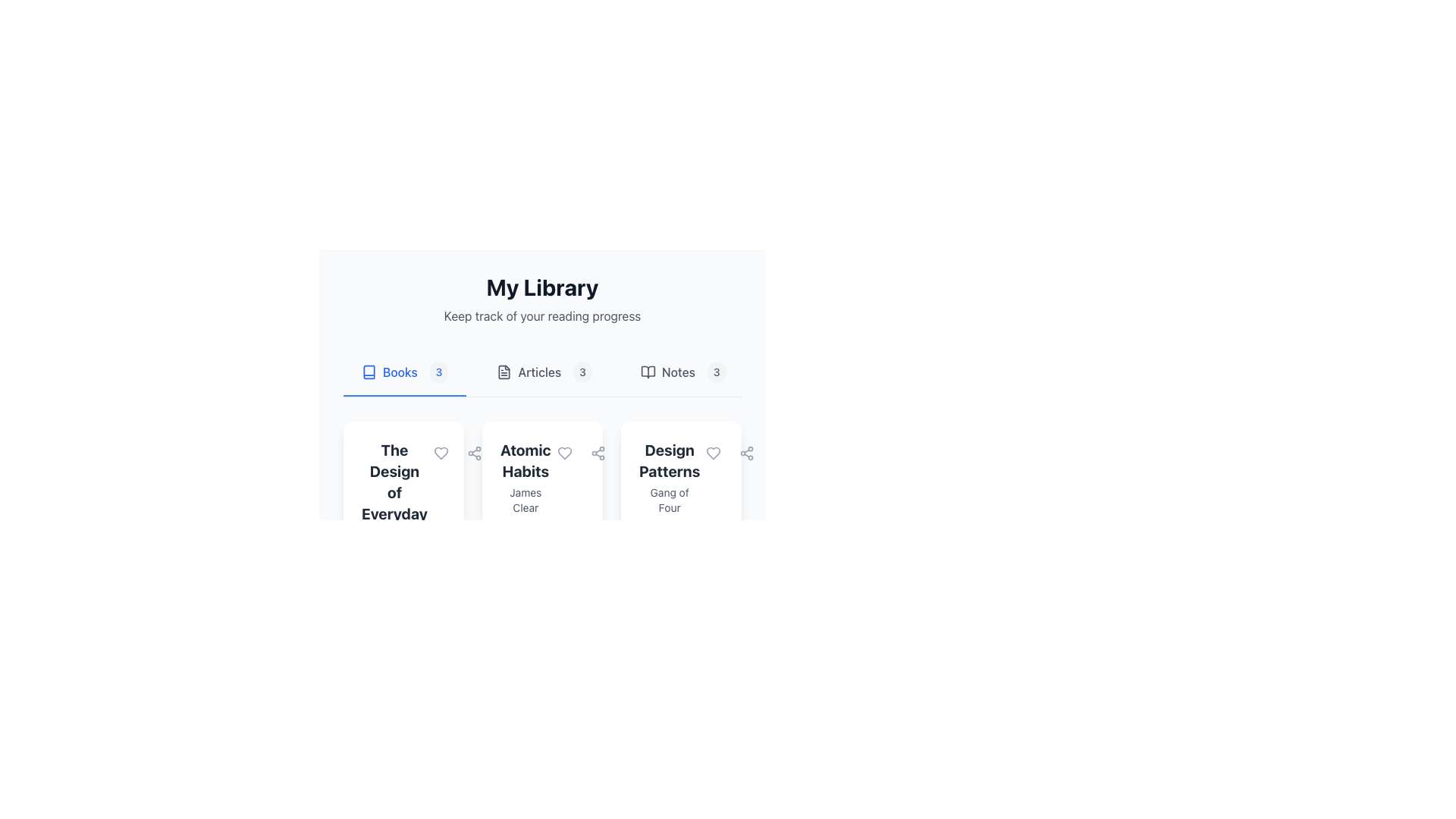  I want to click on the interactive circular button with a share icon located in the upper-right corner of the 'Atomic Habits' card, so click(473, 452).